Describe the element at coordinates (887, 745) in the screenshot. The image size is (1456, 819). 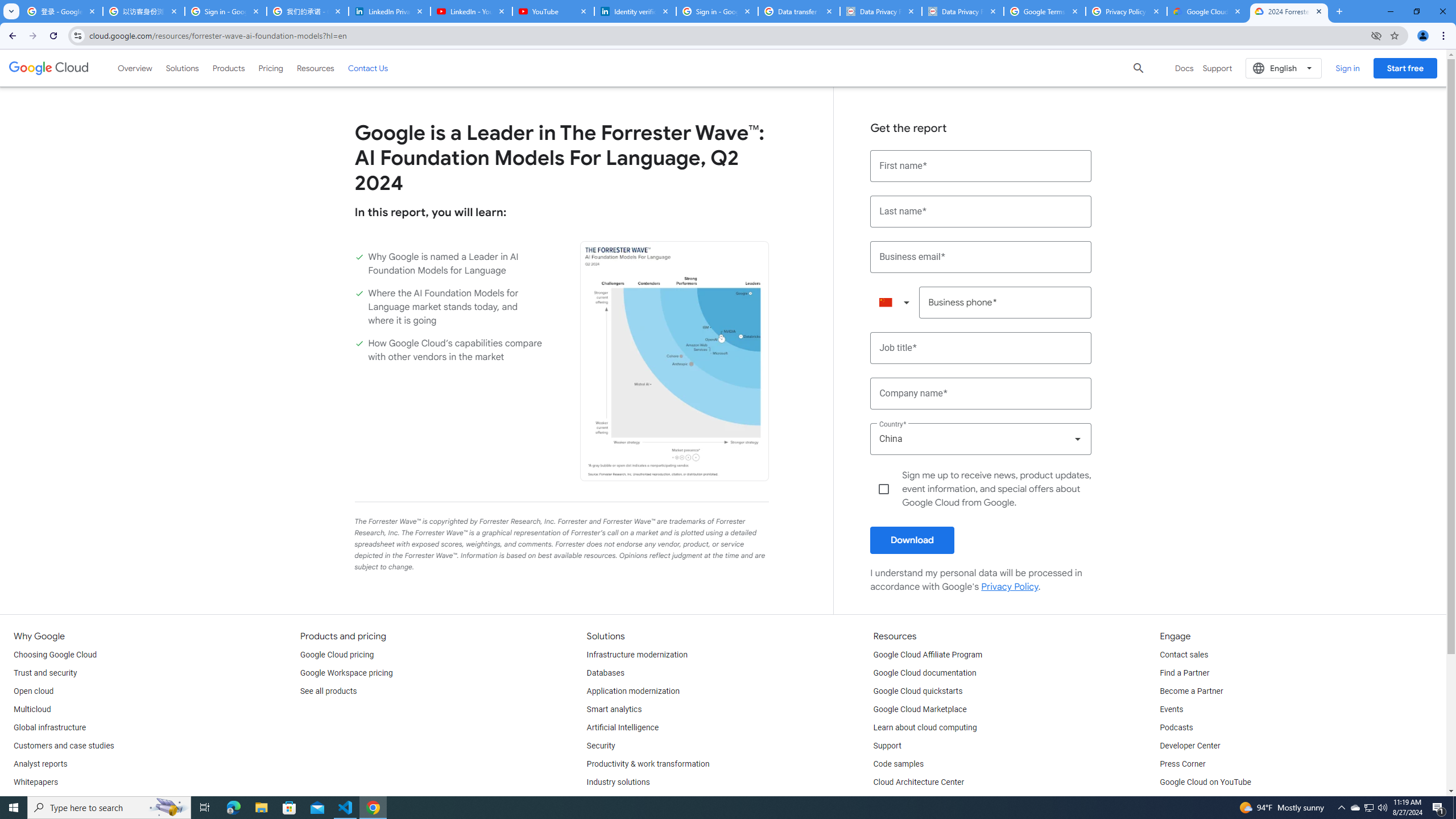
I see `'Support'` at that location.